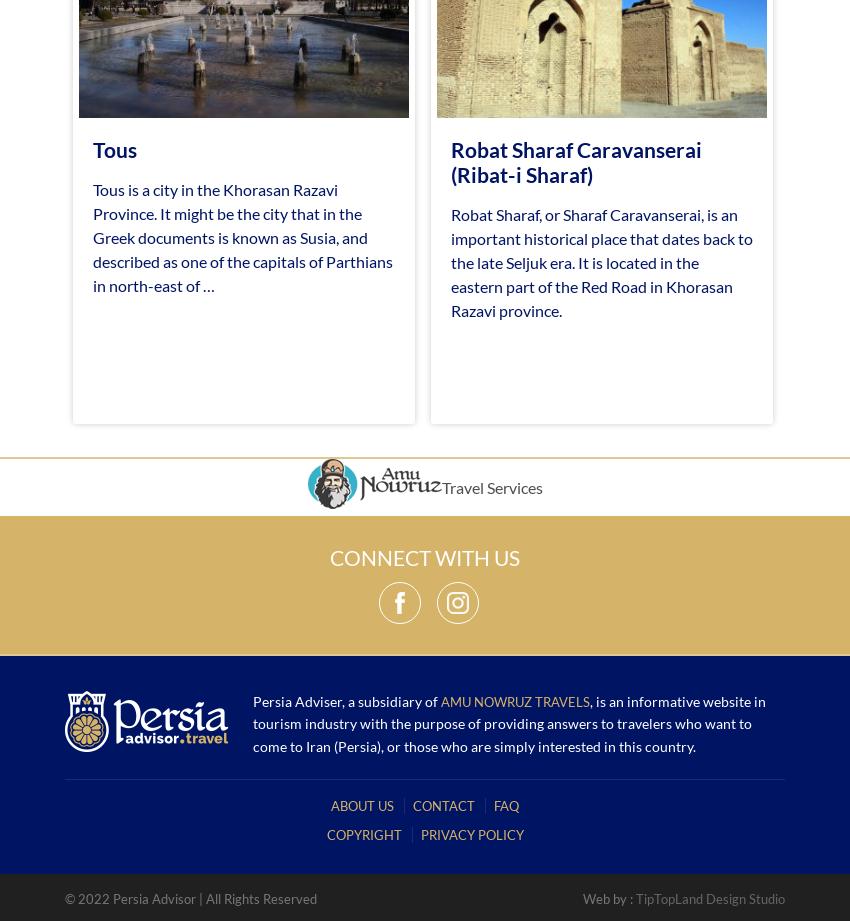 This screenshot has height=921, width=850. Describe the element at coordinates (362, 832) in the screenshot. I see `'Copyright'` at that location.